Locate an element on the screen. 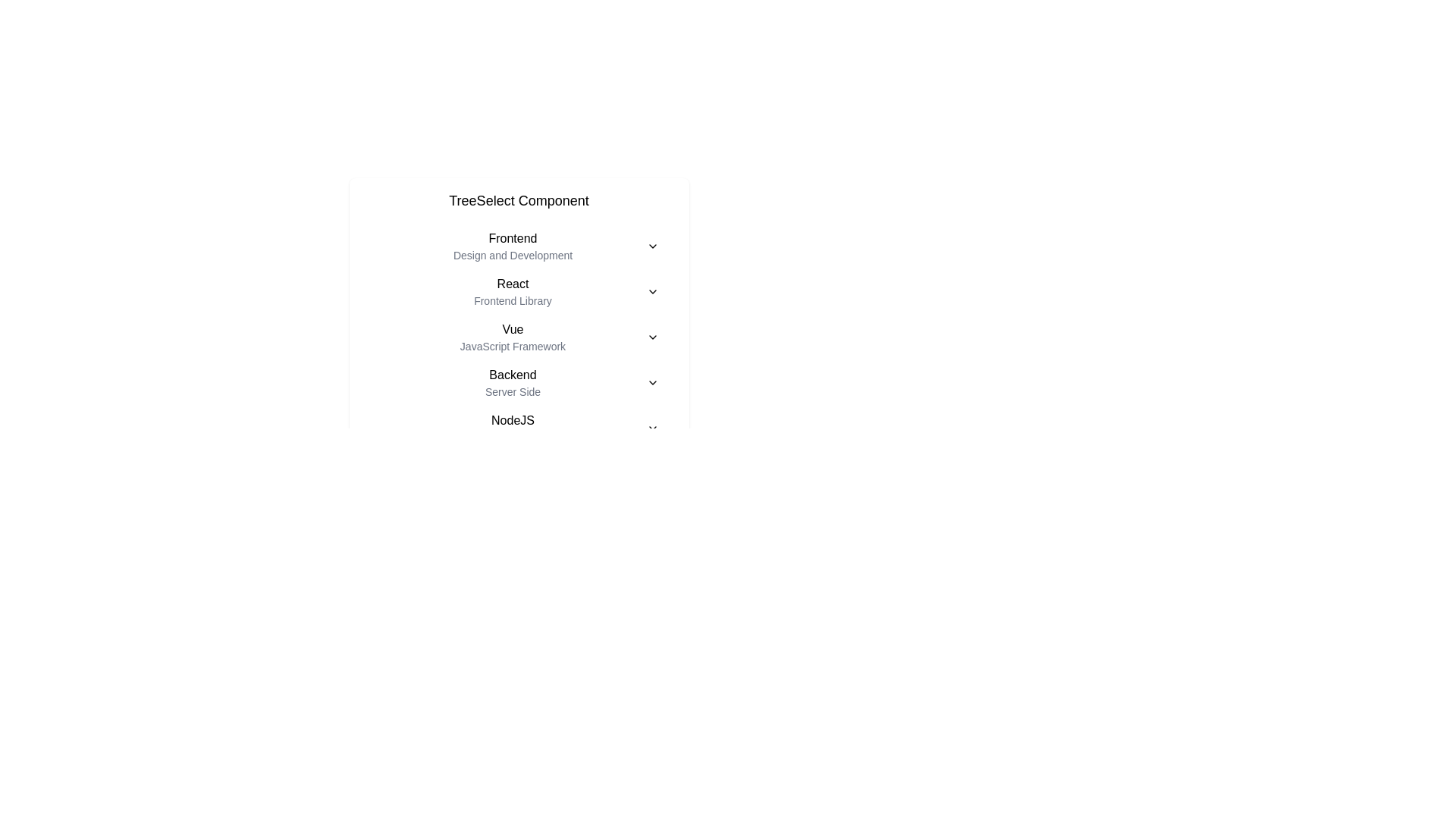  the small downward-pointing chevron icon located on the right edge of the 'Vue' item labeled 'JavaScript Framework' is located at coordinates (652, 336).